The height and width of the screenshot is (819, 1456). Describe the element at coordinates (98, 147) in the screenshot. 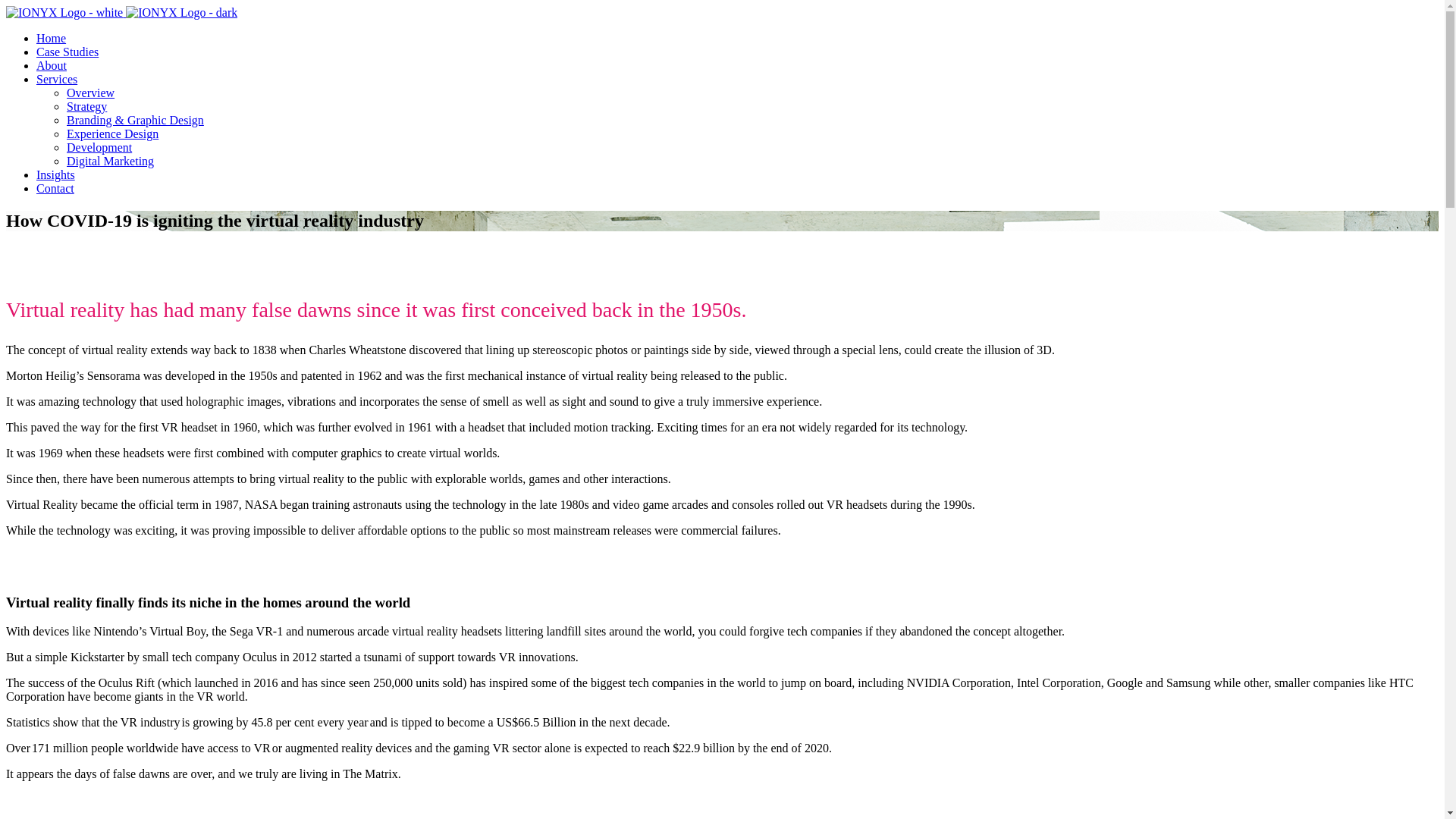

I see `'Development'` at that location.